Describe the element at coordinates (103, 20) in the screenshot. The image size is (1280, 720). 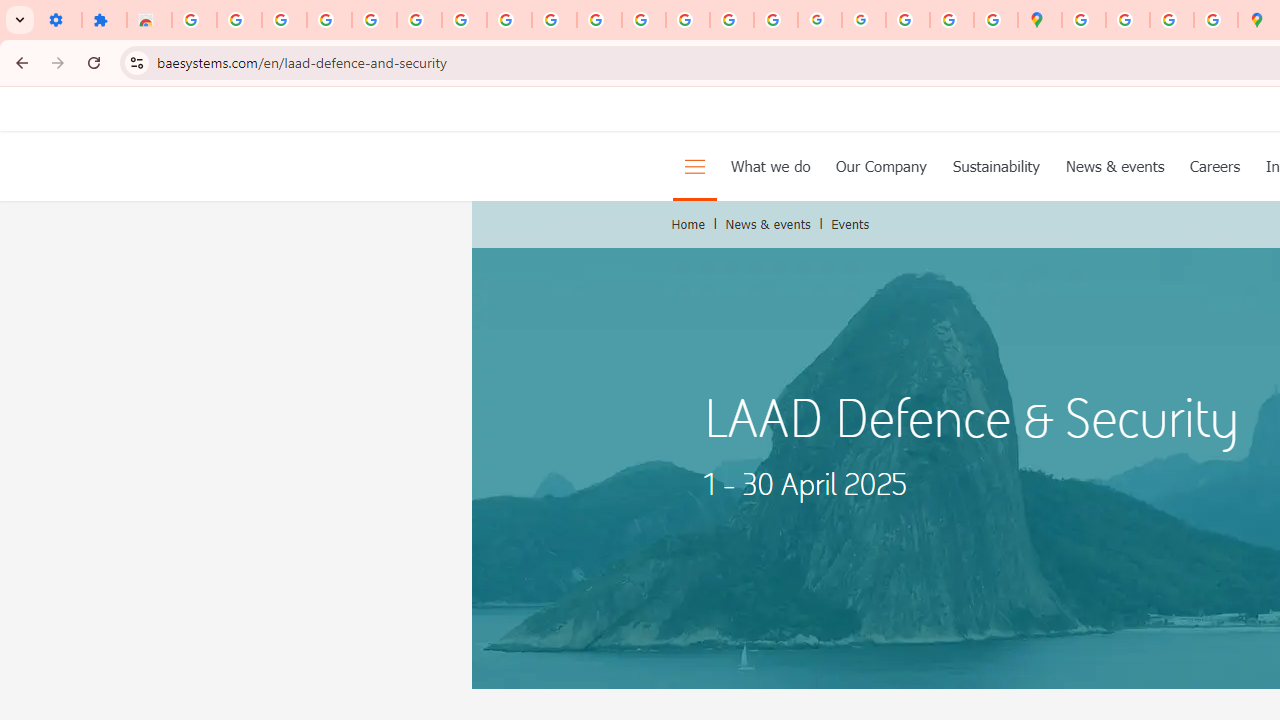
I see `'Extensions'` at that location.